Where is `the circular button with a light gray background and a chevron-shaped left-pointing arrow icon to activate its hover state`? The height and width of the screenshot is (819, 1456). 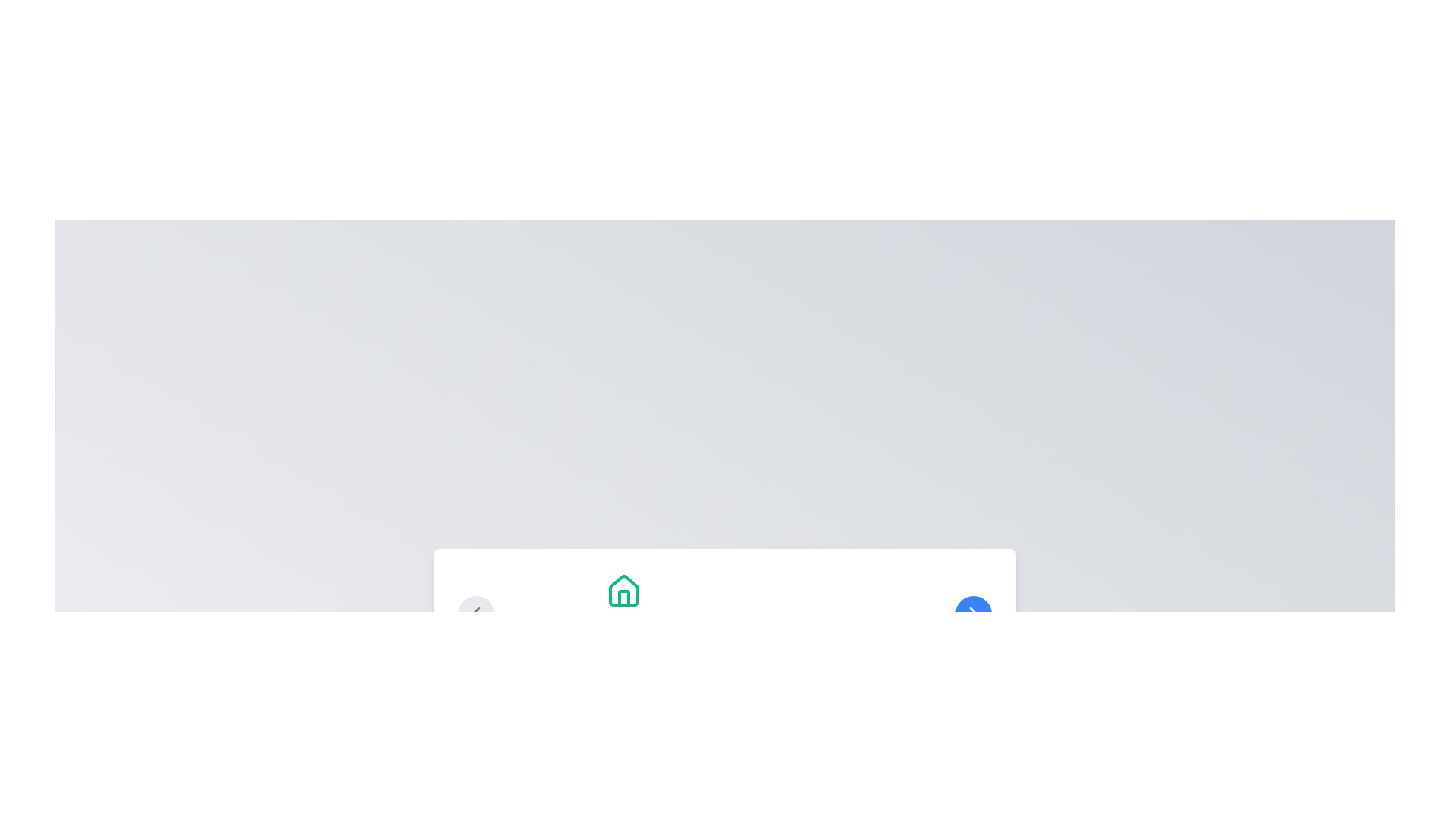
the circular button with a light gray background and a chevron-shaped left-pointing arrow icon to activate its hover state is located at coordinates (475, 614).